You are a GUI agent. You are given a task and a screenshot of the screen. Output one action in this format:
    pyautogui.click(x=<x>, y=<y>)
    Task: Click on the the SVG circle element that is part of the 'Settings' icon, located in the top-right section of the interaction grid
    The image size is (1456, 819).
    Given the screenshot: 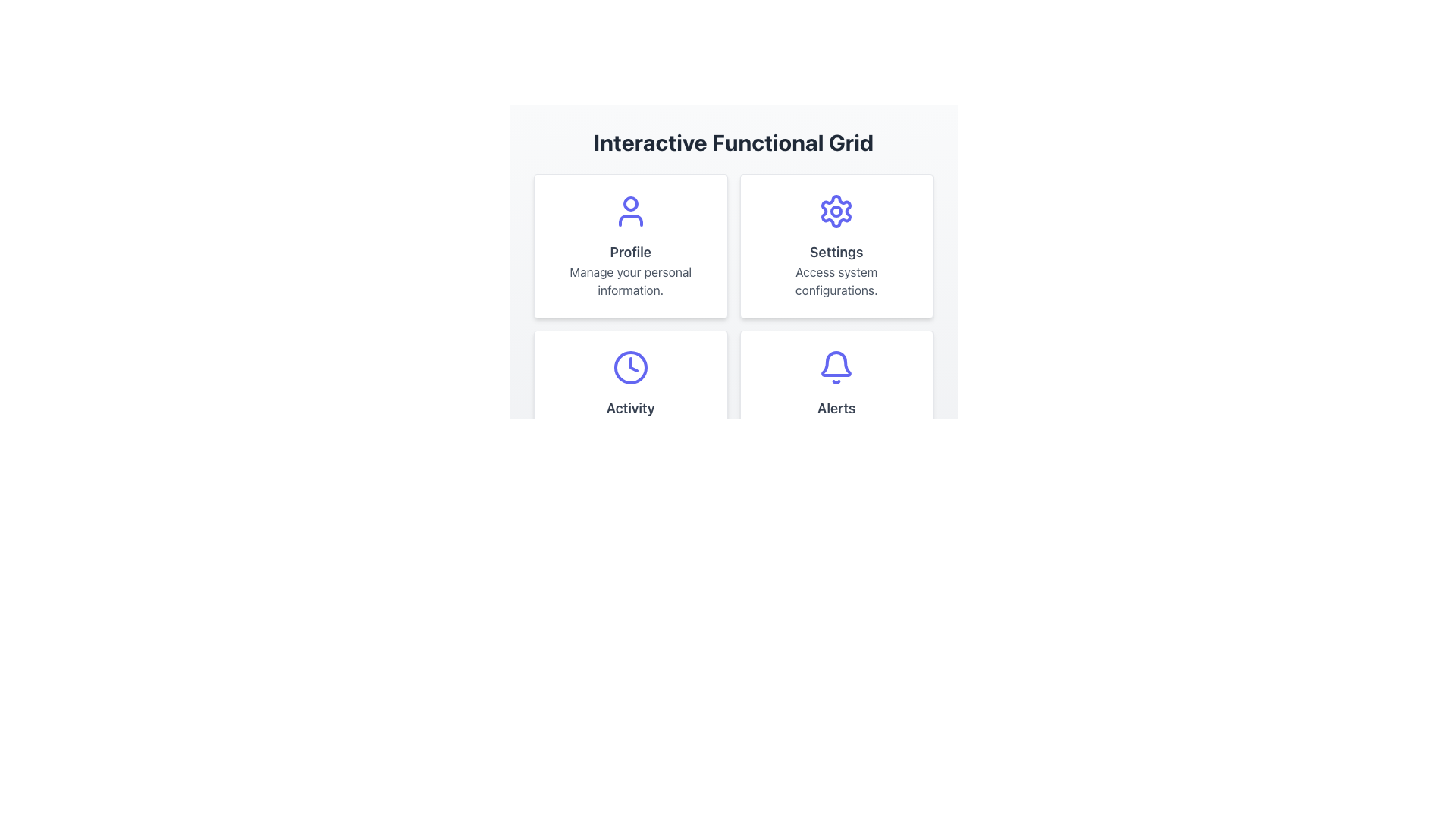 What is the action you would take?
    pyautogui.click(x=836, y=211)
    